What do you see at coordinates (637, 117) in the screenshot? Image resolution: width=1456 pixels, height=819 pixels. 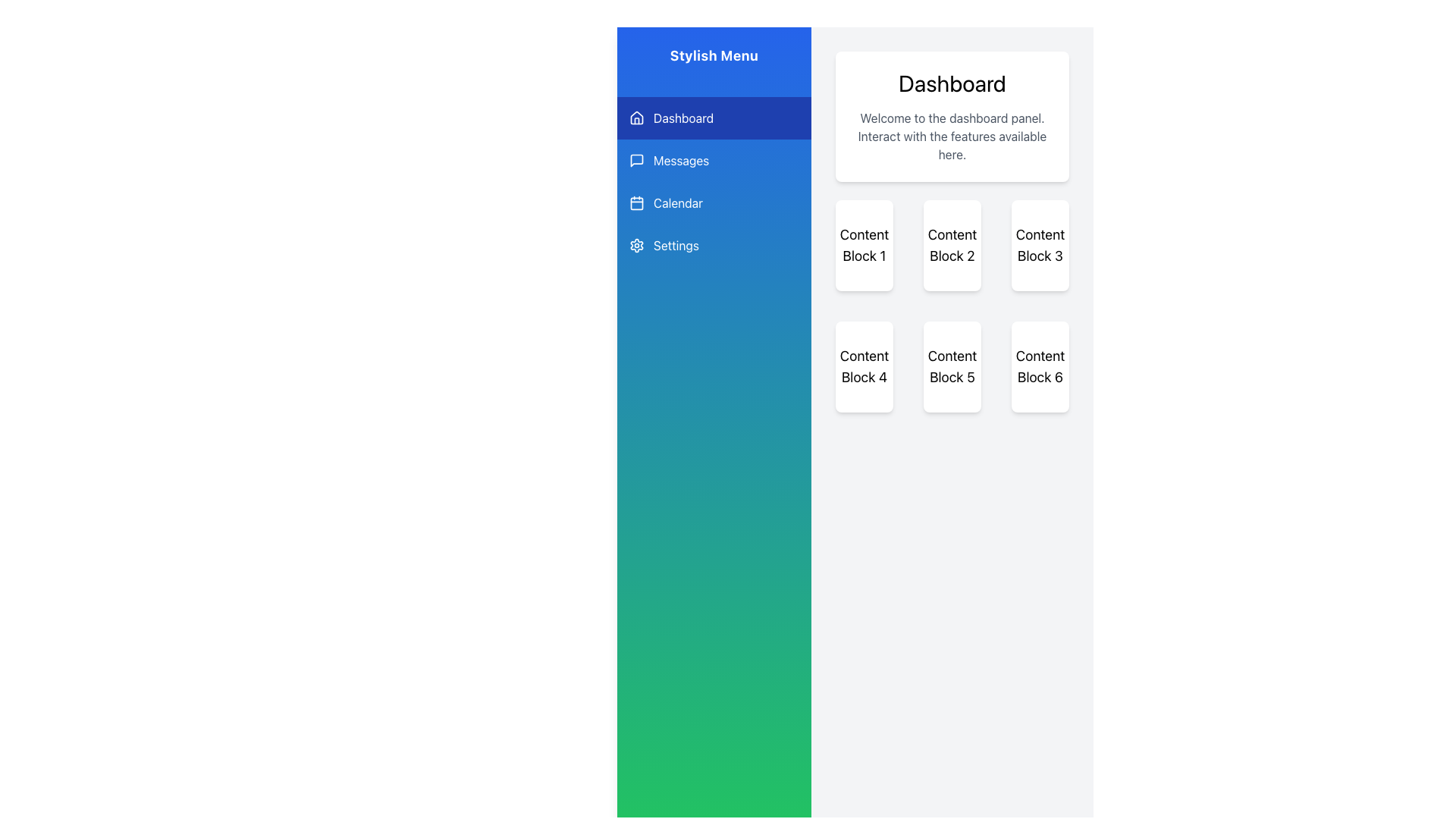 I see `the Dashboard icon, which is a small house-shaped icon with white strokes on a transparent background, located at the top-left corner of the Dashboard menu item in the interactive sidebar` at bounding box center [637, 117].